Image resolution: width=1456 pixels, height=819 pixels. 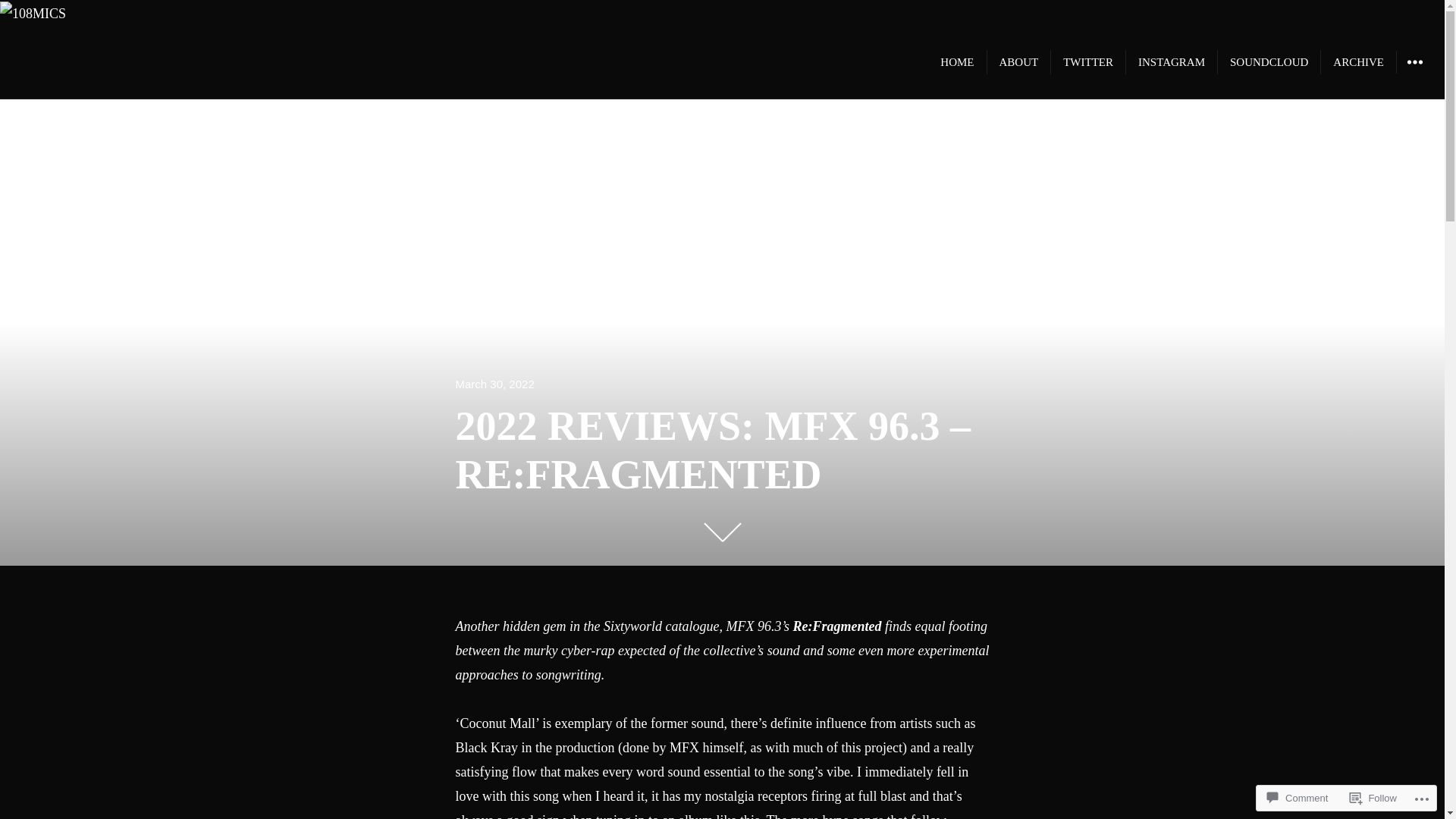 What do you see at coordinates (956, 61) in the screenshot?
I see `'HOME'` at bounding box center [956, 61].